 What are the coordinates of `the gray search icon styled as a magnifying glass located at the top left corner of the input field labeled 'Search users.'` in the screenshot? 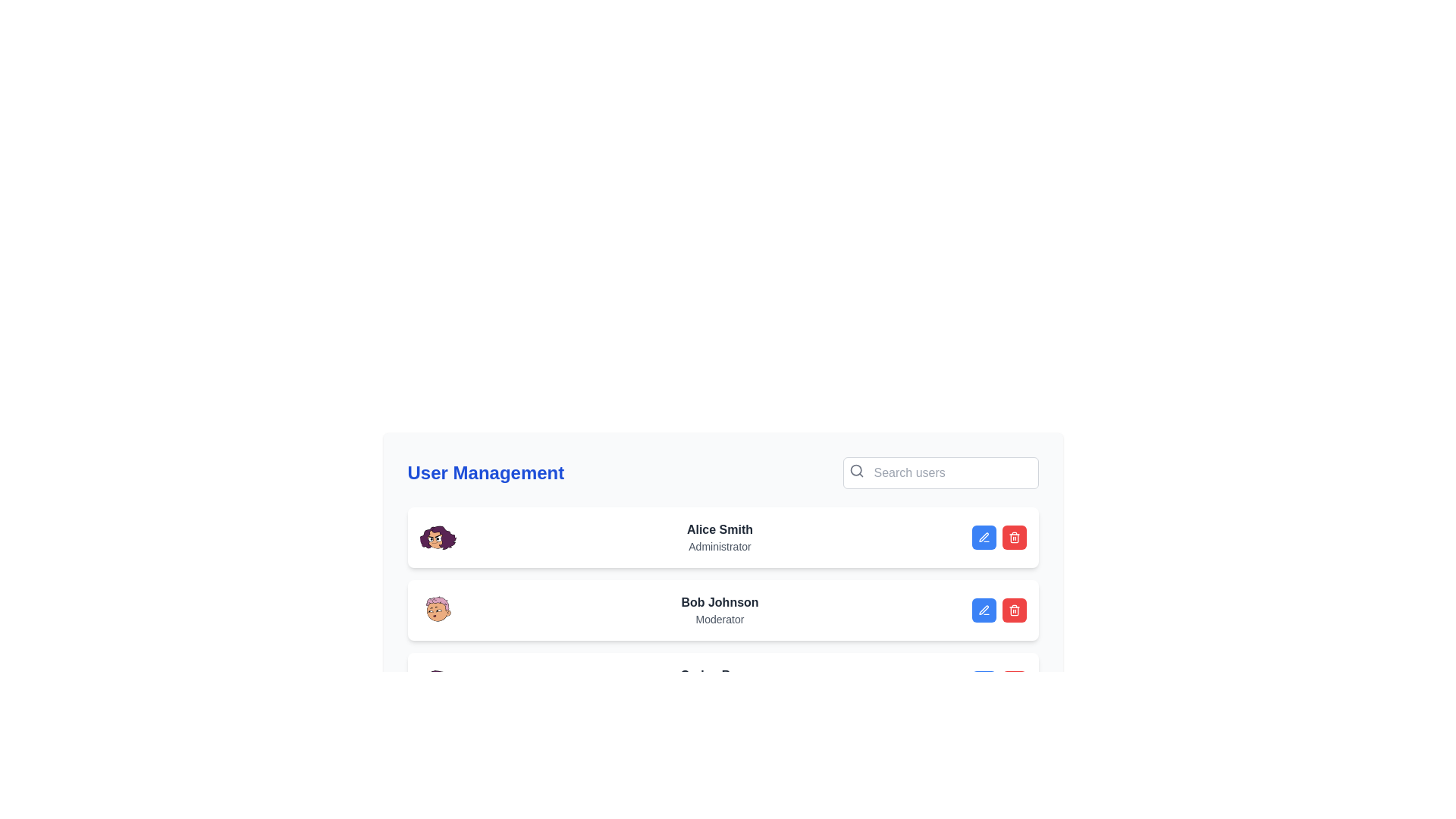 It's located at (856, 470).